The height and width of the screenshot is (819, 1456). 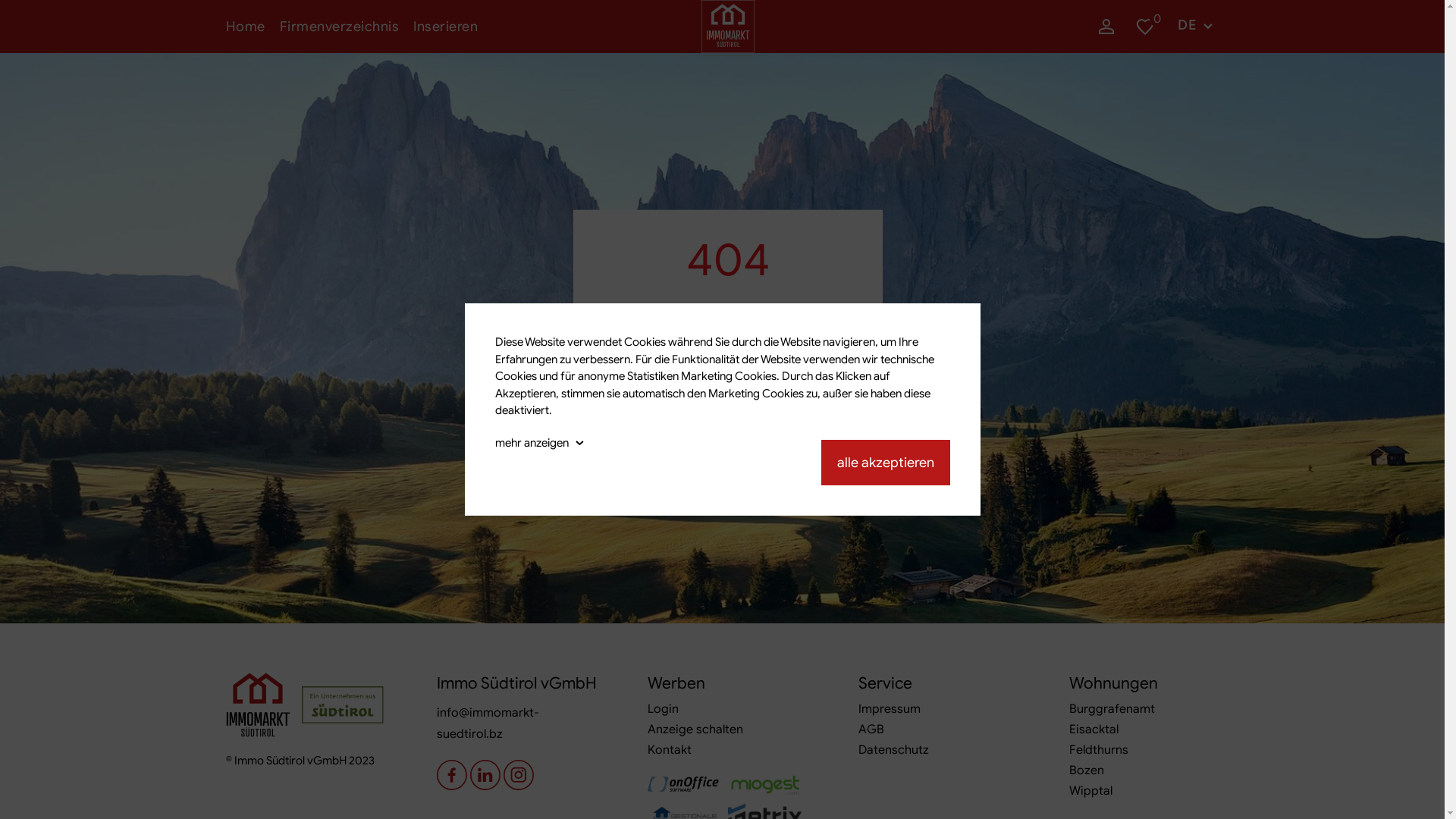 What do you see at coordinates (436, 722) in the screenshot?
I see `'info@immomarkt-suedtirol.bz'` at bounding box center [436, 722].